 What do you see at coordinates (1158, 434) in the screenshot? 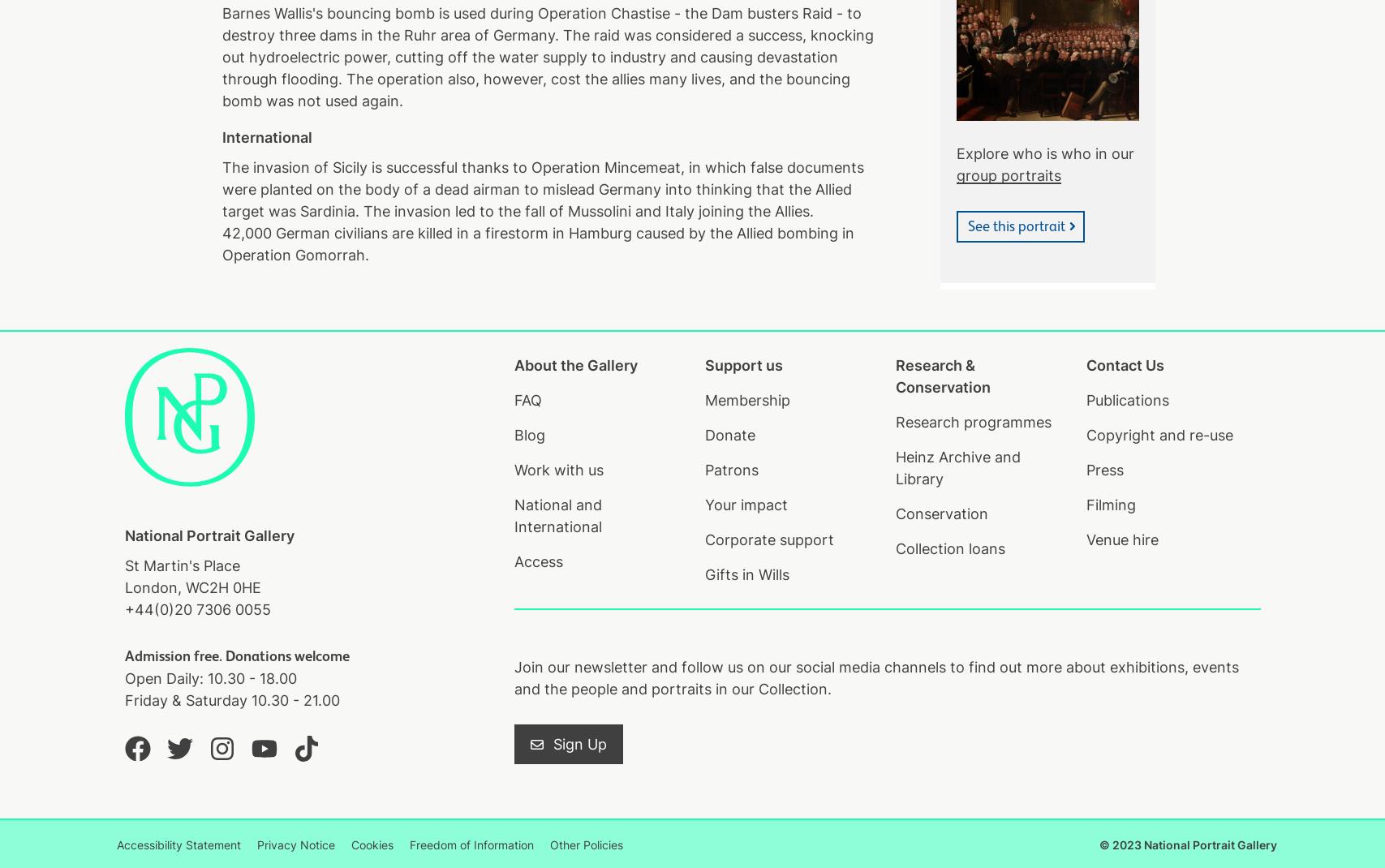
I see `'Copyright and re-use'` at bounding box center [1158, 434].